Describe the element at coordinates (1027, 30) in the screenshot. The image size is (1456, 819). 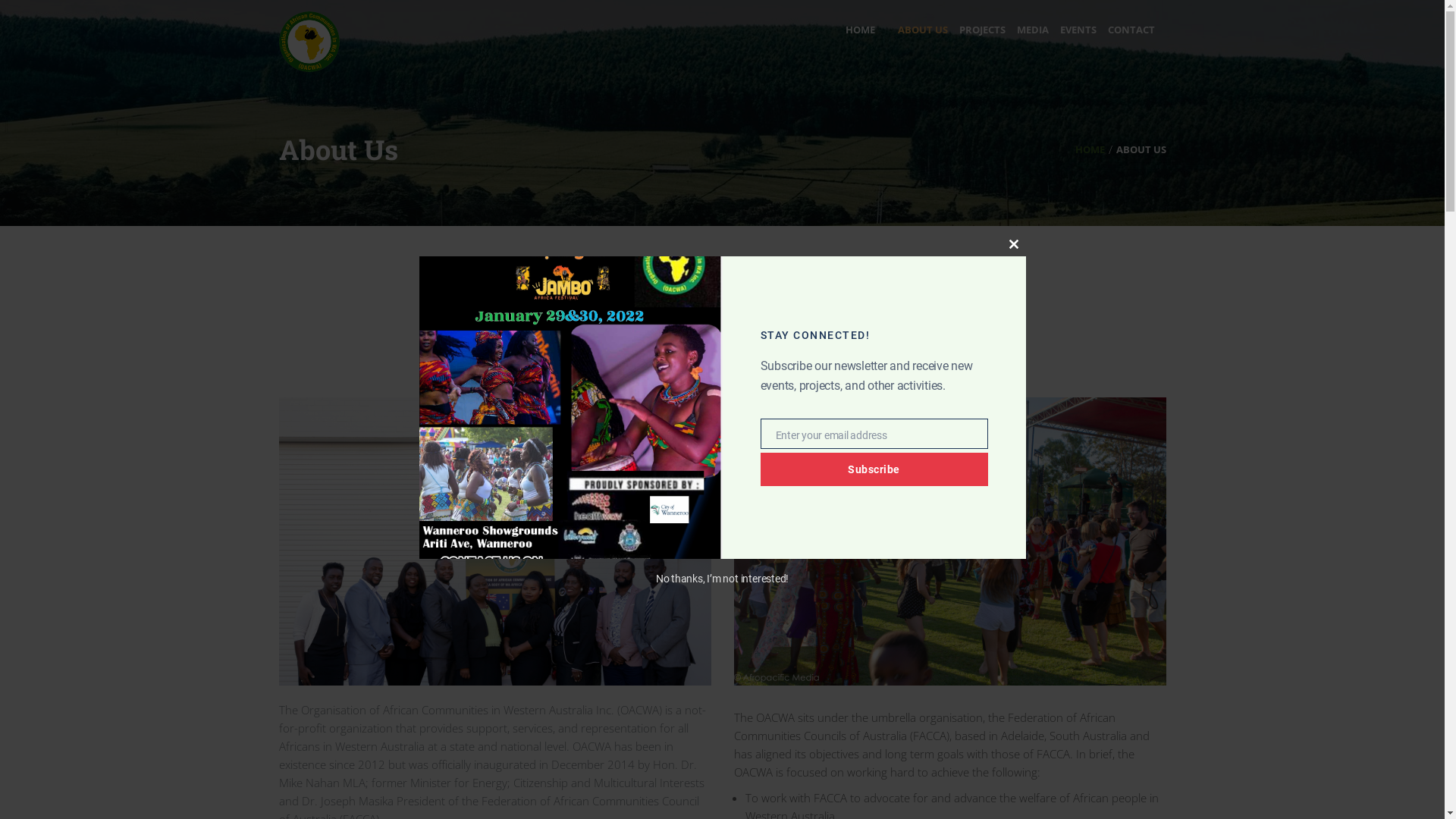
I see `'MEDIA'` at that location.